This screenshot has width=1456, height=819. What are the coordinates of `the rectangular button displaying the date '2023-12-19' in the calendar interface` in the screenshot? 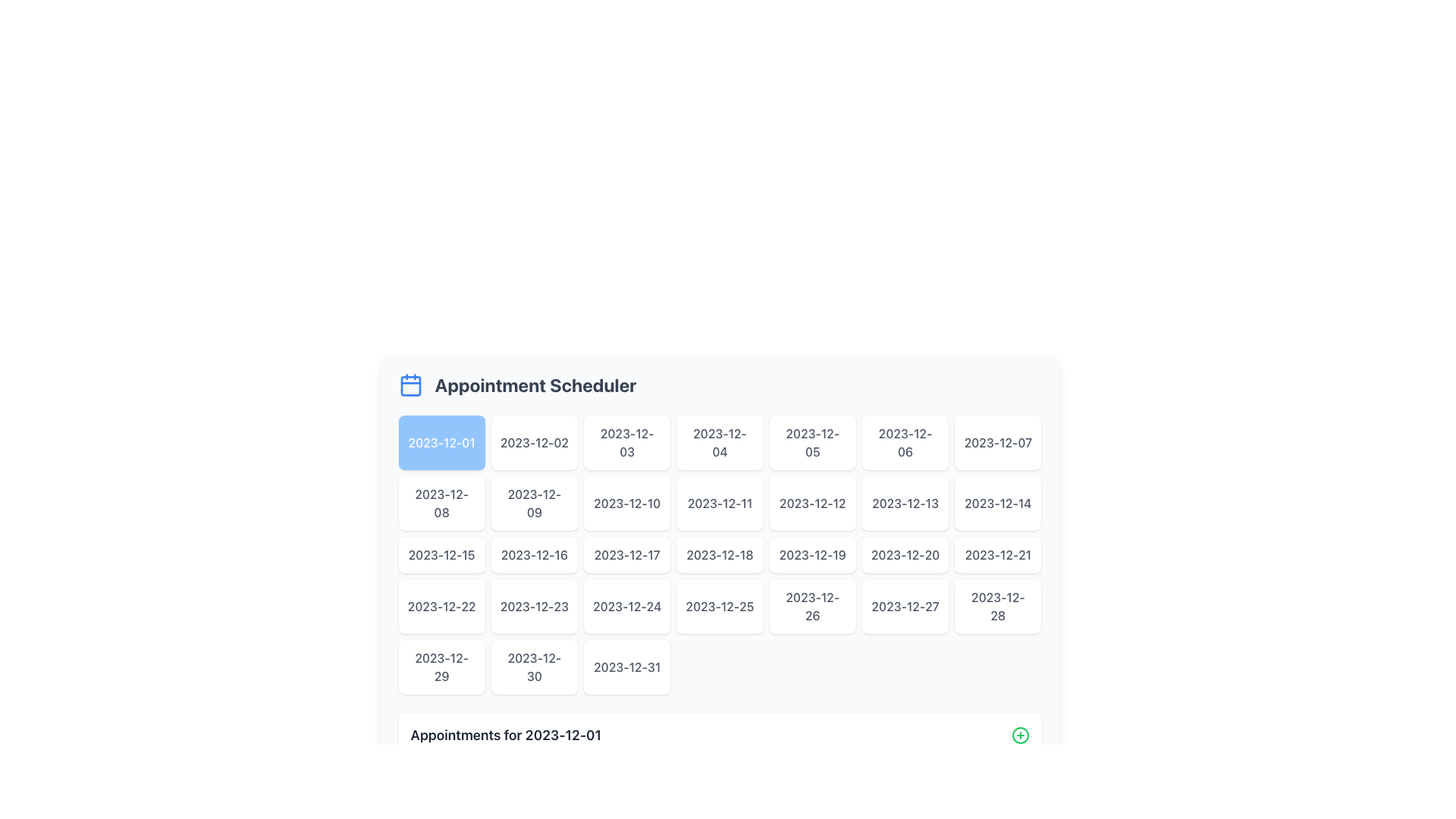 It's located at (811, 555).